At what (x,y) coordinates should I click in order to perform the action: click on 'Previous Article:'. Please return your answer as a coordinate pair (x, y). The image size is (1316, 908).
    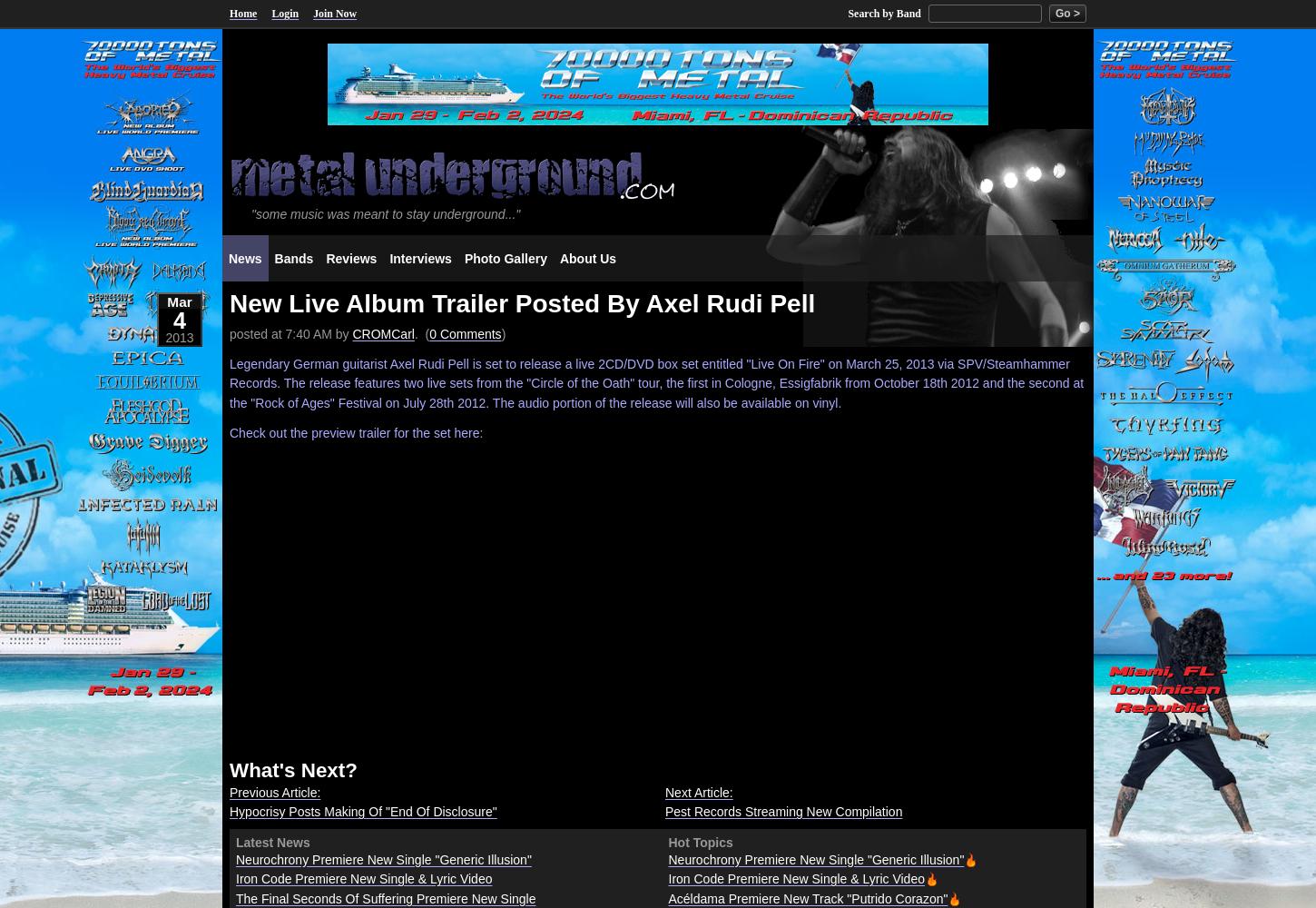
    Looking at the image, I should click on (275, 791).